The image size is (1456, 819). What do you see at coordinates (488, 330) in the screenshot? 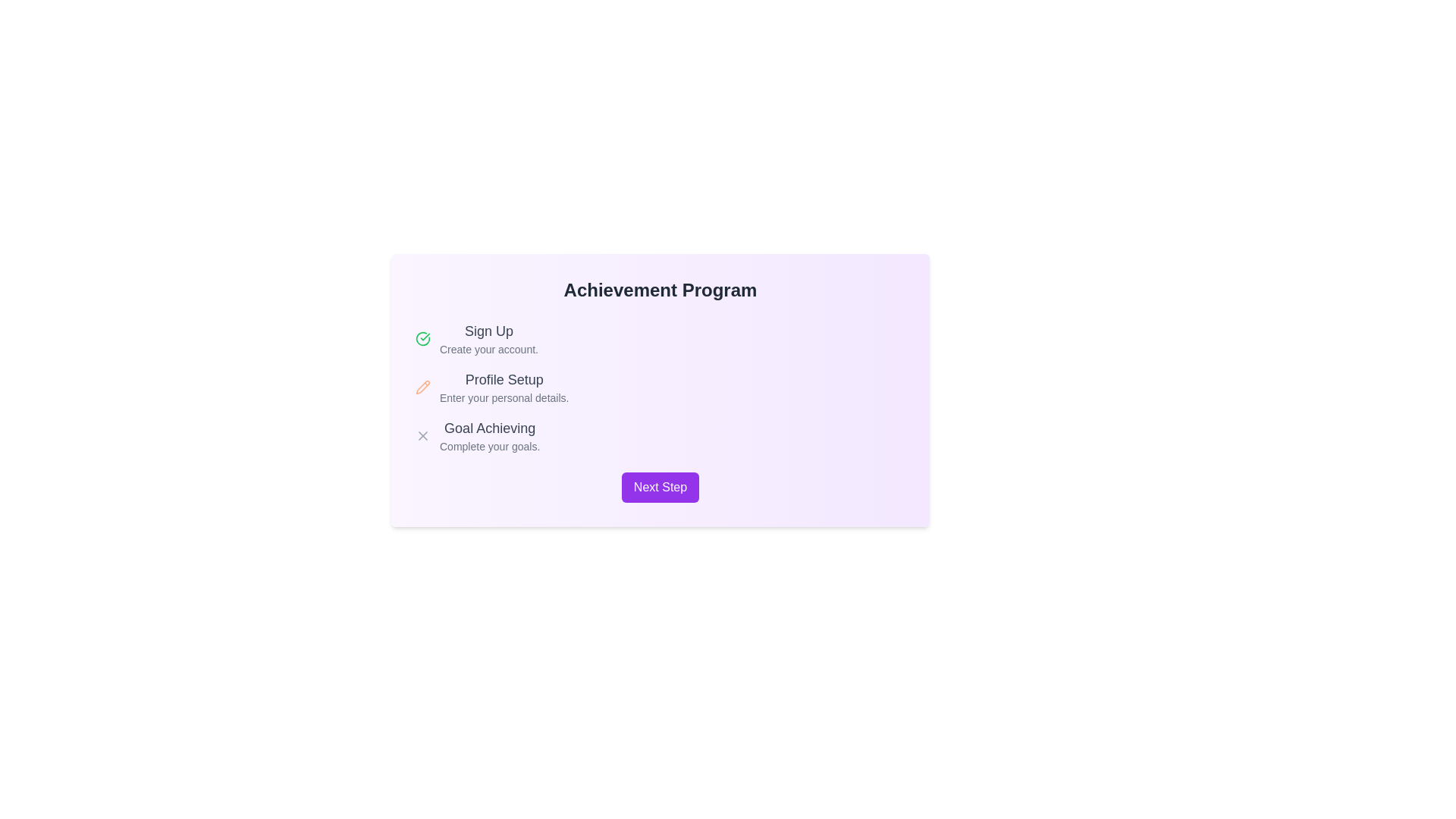
I see `the static text label displaying 'Sign Up', which is prominently positioned at the top-left corner of the card-like section labeled 'Achievement Program'` at bounding box center [488, 330].